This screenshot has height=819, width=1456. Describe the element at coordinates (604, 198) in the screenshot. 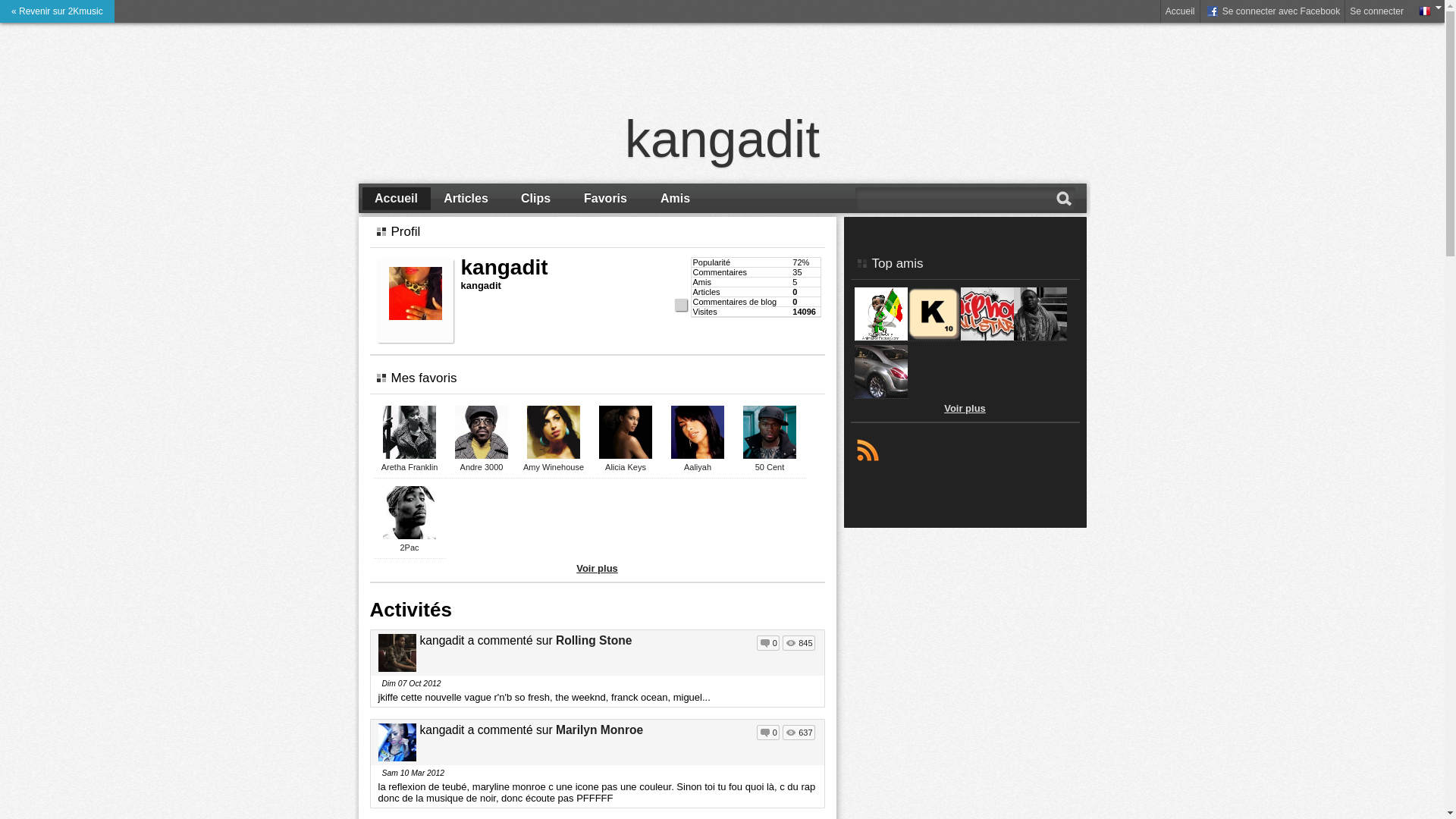

I see `'Favoris'` at that location.